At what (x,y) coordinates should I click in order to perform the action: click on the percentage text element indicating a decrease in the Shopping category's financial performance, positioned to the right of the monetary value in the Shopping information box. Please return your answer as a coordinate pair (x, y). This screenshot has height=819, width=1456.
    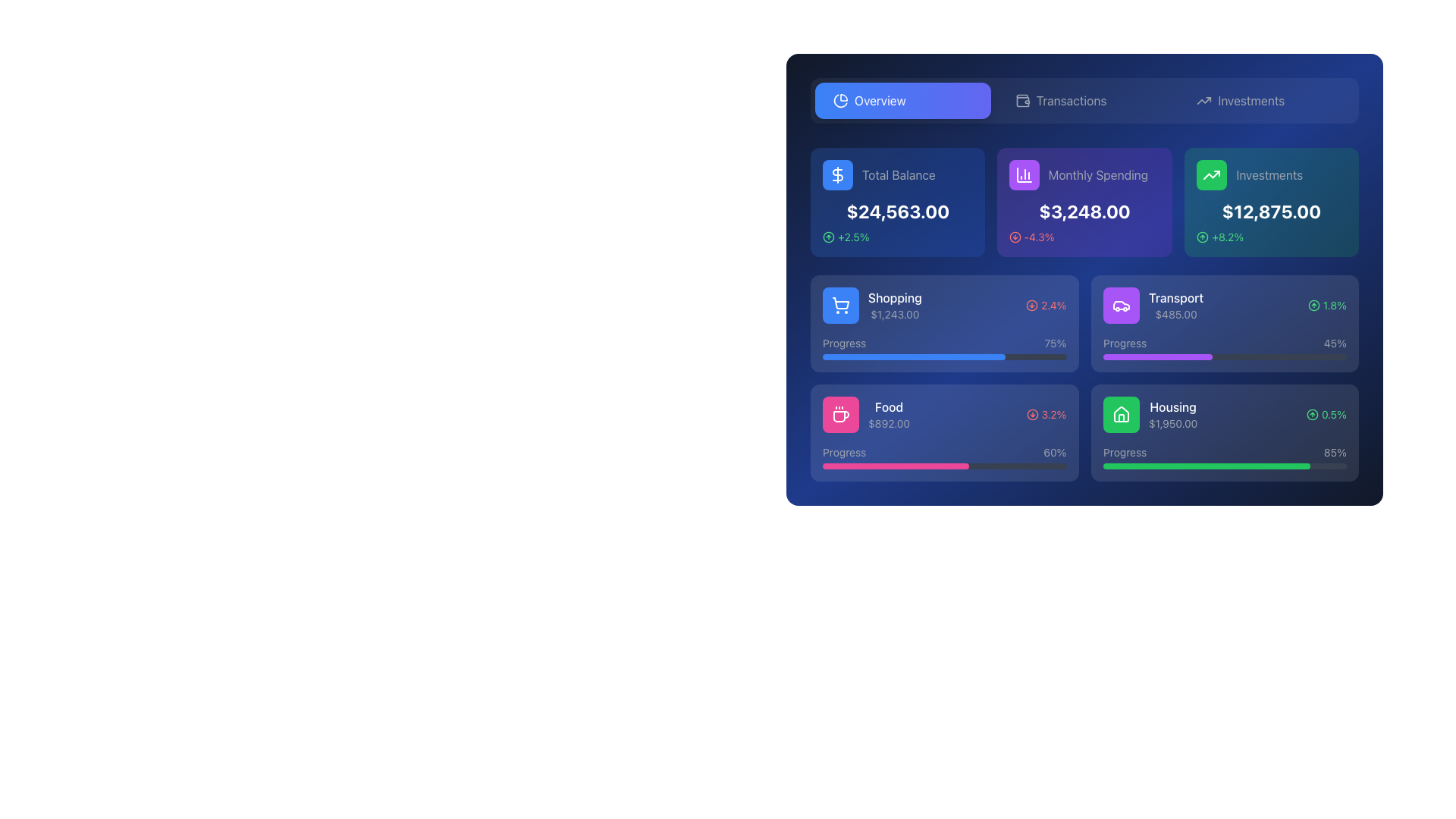
    Looking at the image, I should click on (1045, 305).